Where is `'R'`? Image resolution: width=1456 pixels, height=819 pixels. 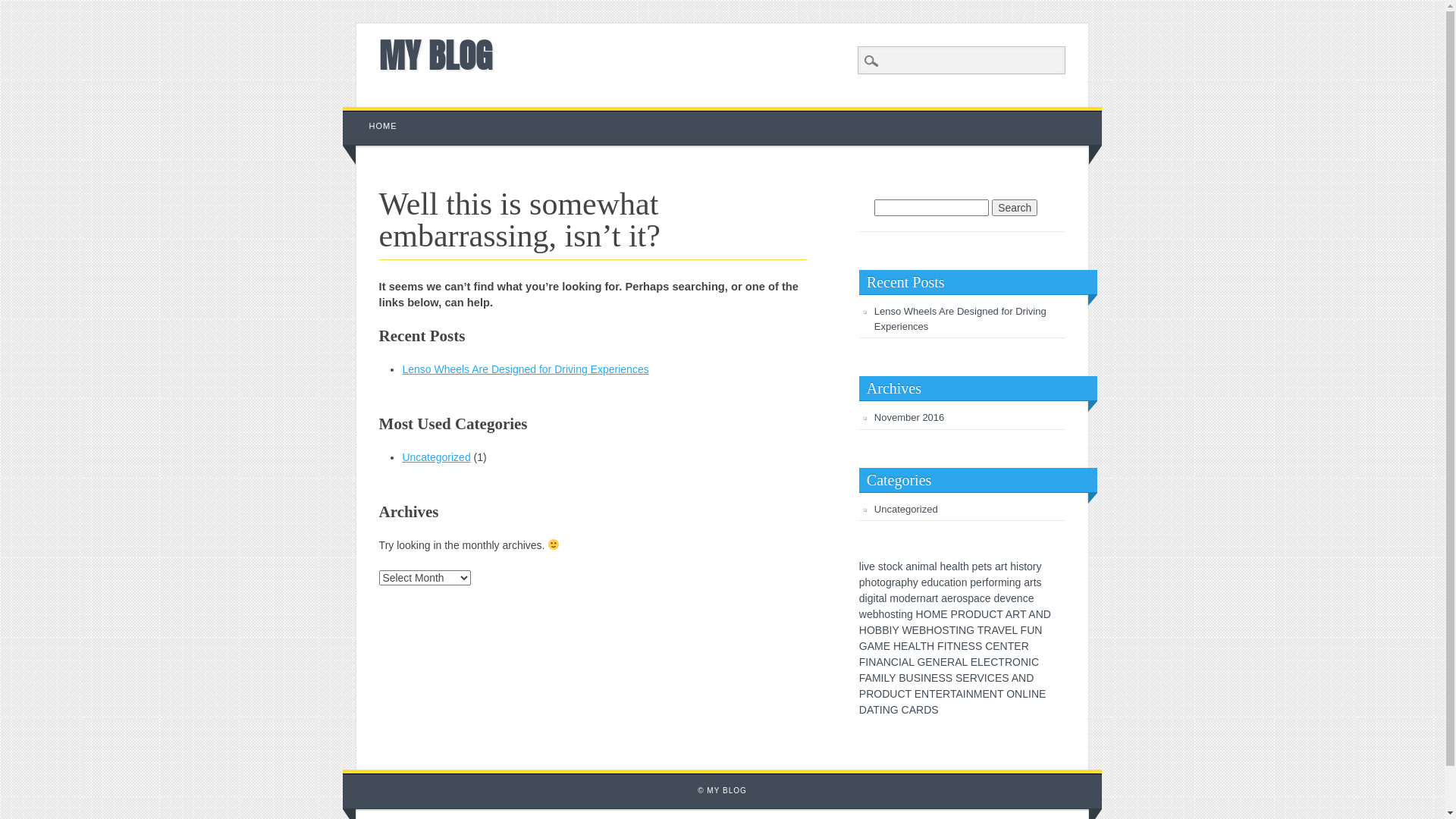 'R' is located at coordinates (1025, 646).